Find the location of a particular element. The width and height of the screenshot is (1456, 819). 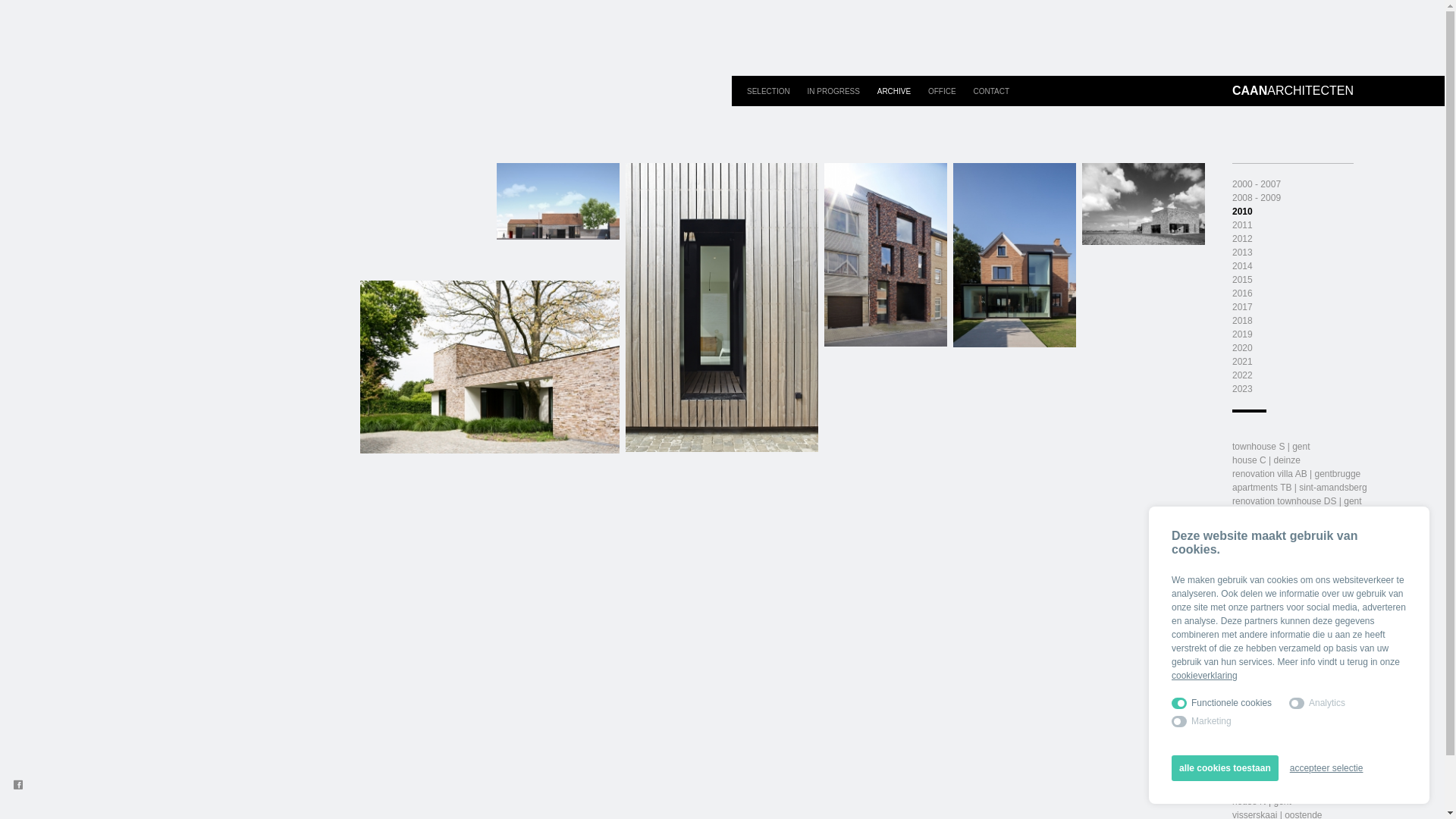

'renovation villa AB | gentbrugge' is located at coordinates (1295, 472).